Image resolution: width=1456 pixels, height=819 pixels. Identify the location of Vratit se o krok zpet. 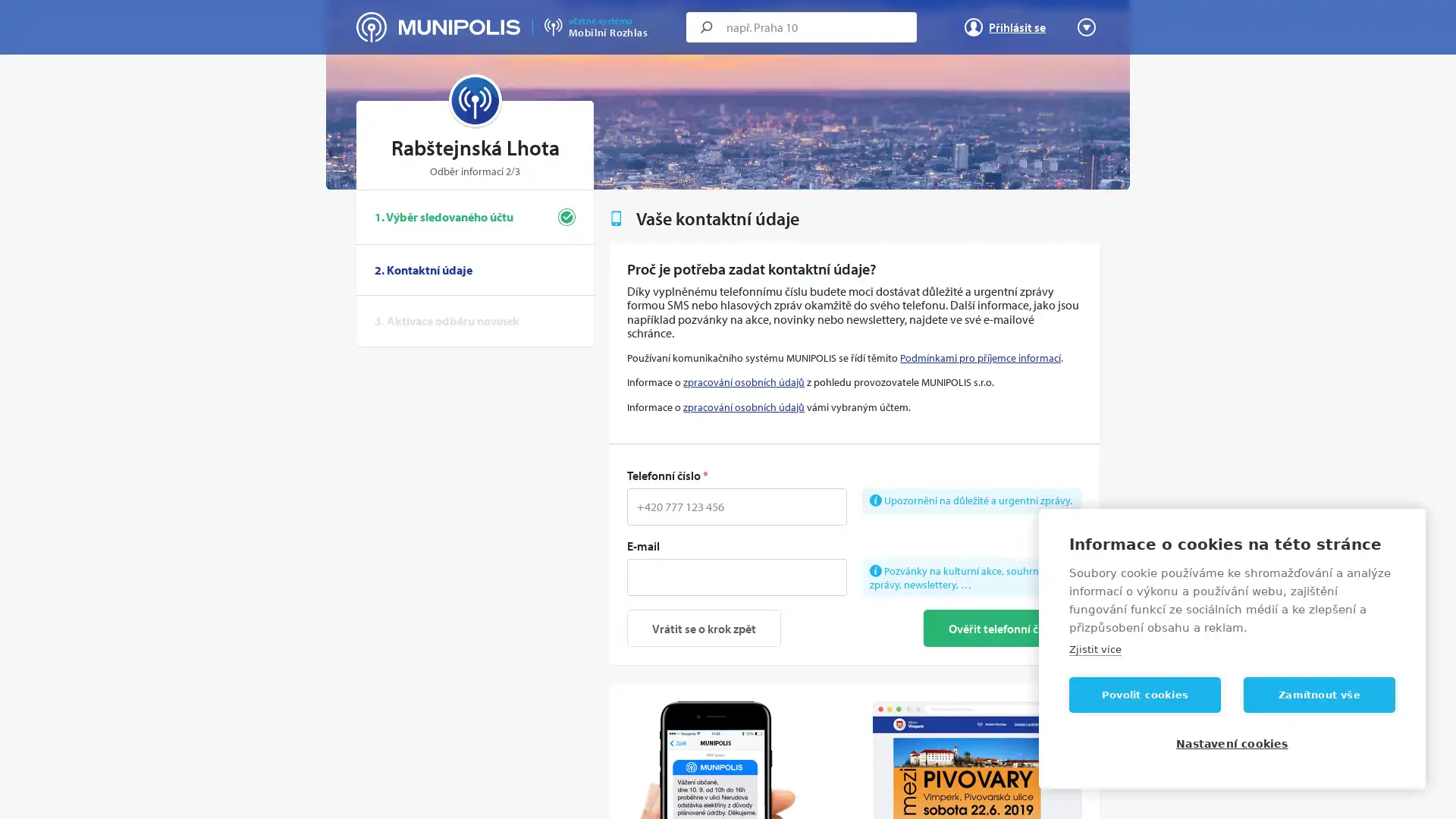
(703, 628).